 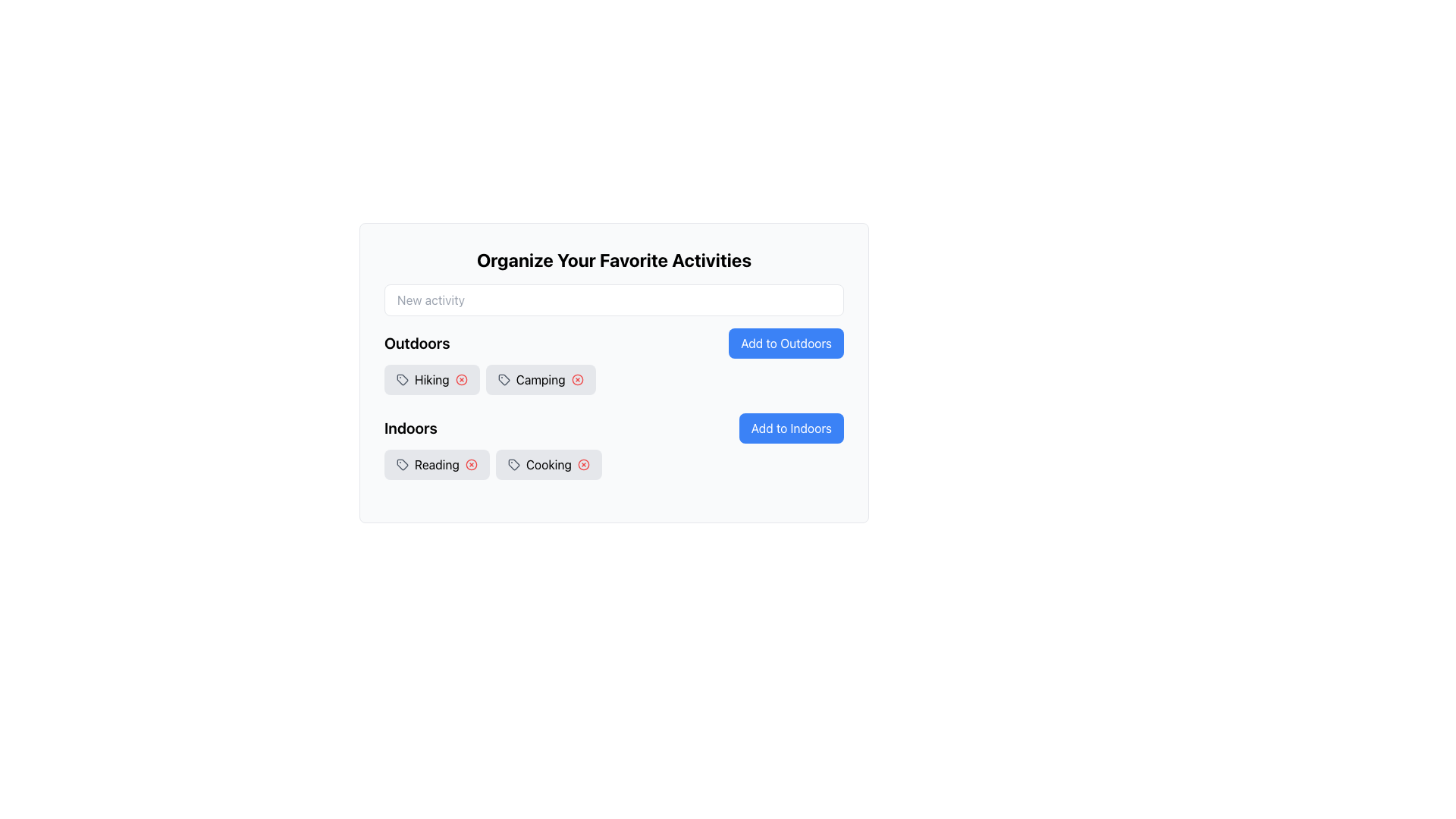 What do you see at coordinates (410, 428) in the screenshot?
I see `the 'Indoors' text label, which is styled prominently in a large, bold font and located above the 'Add to Indoors' button` at bounding box center [410, 428].